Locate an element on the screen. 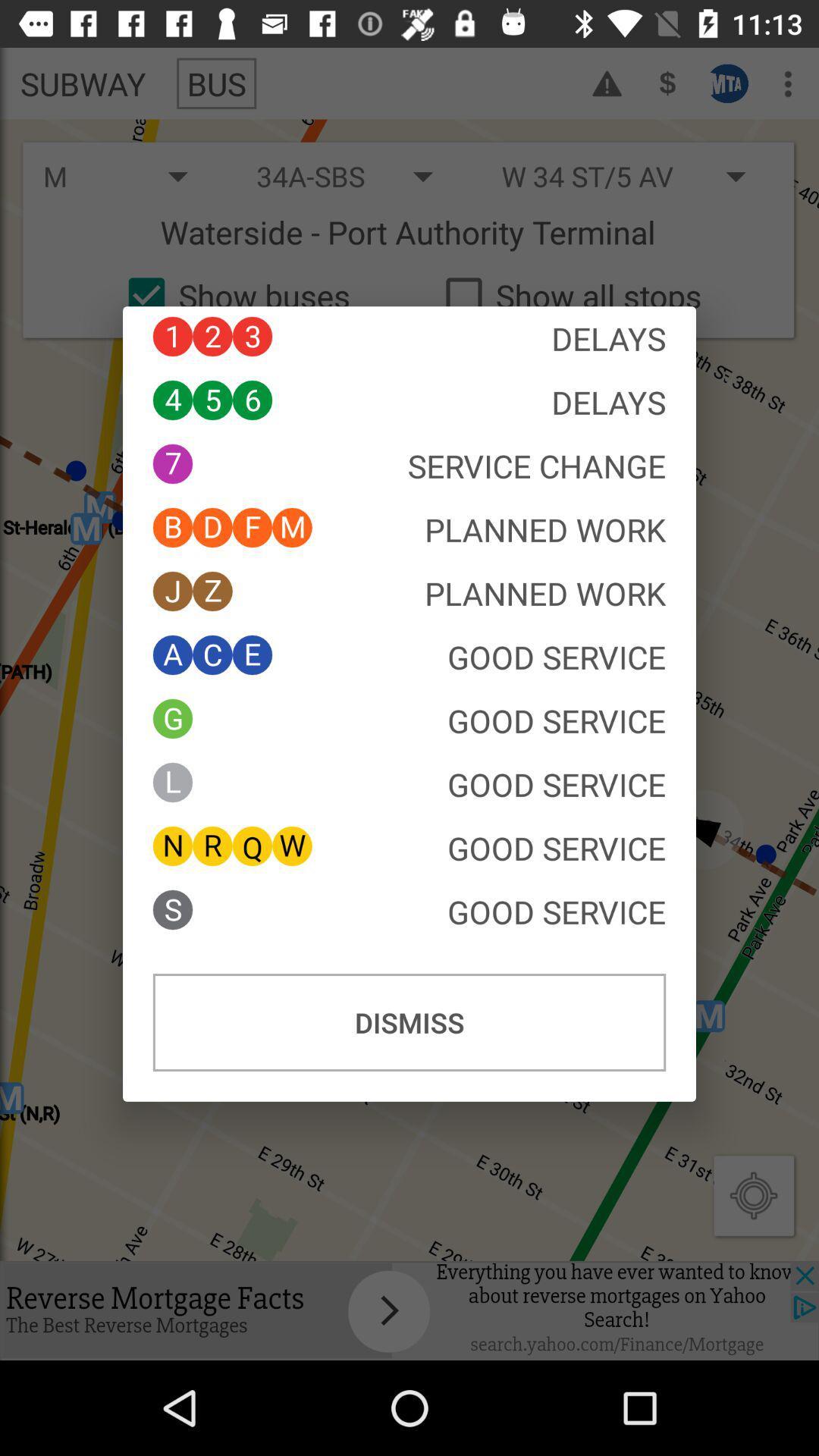 This screenshot has width=819, height=1456. the app below the good service app is located at coordinates (409, 1022).